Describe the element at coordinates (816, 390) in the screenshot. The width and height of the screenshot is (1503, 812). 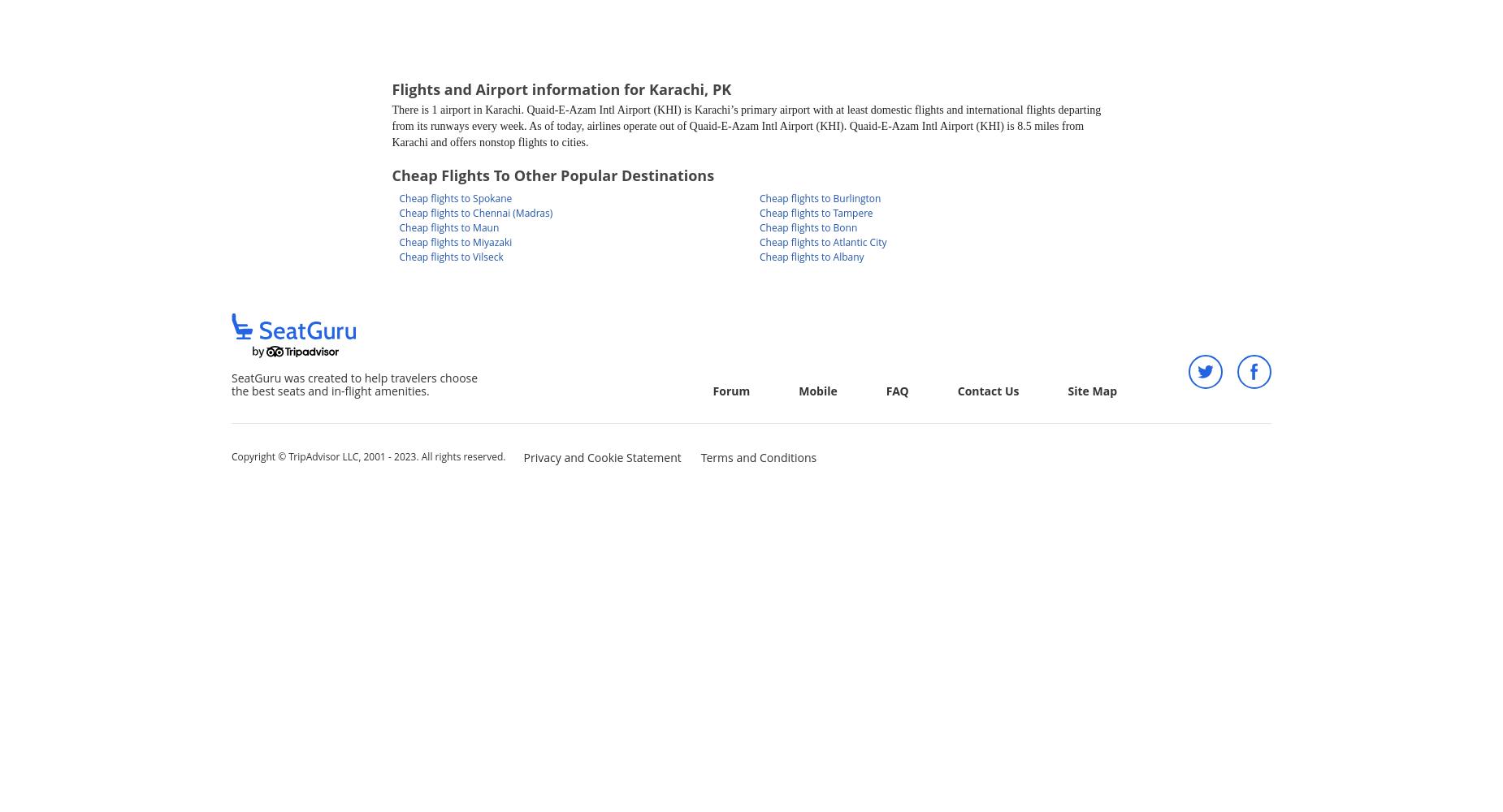
I see `'Mobile'` at that location.